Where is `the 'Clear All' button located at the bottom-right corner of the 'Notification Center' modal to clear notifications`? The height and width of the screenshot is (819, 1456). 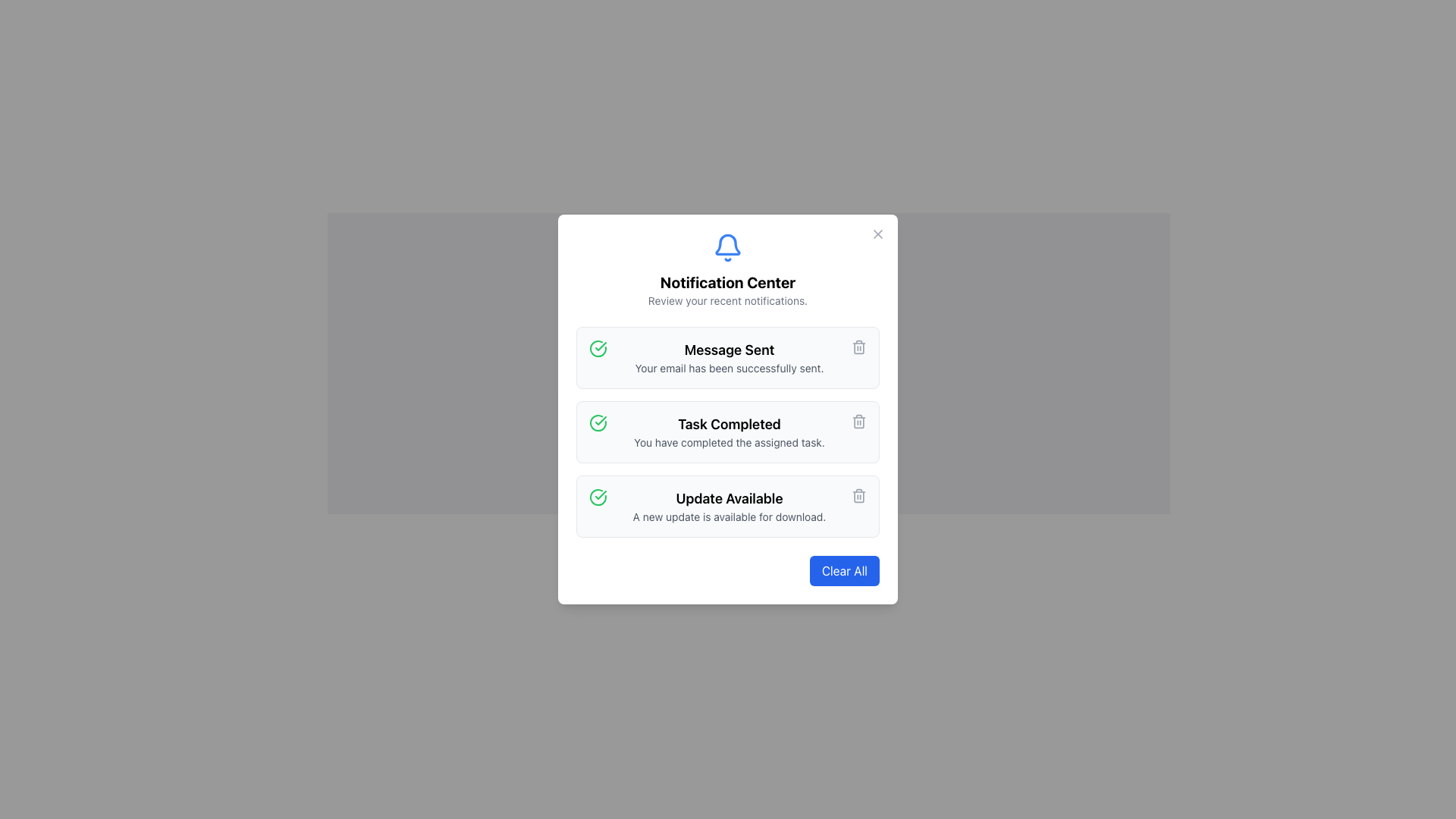 the 'Clear All' button located at the bottom-right corner of the 'Notification Center' modal to clear notifications is located at coordinates (843, 570).